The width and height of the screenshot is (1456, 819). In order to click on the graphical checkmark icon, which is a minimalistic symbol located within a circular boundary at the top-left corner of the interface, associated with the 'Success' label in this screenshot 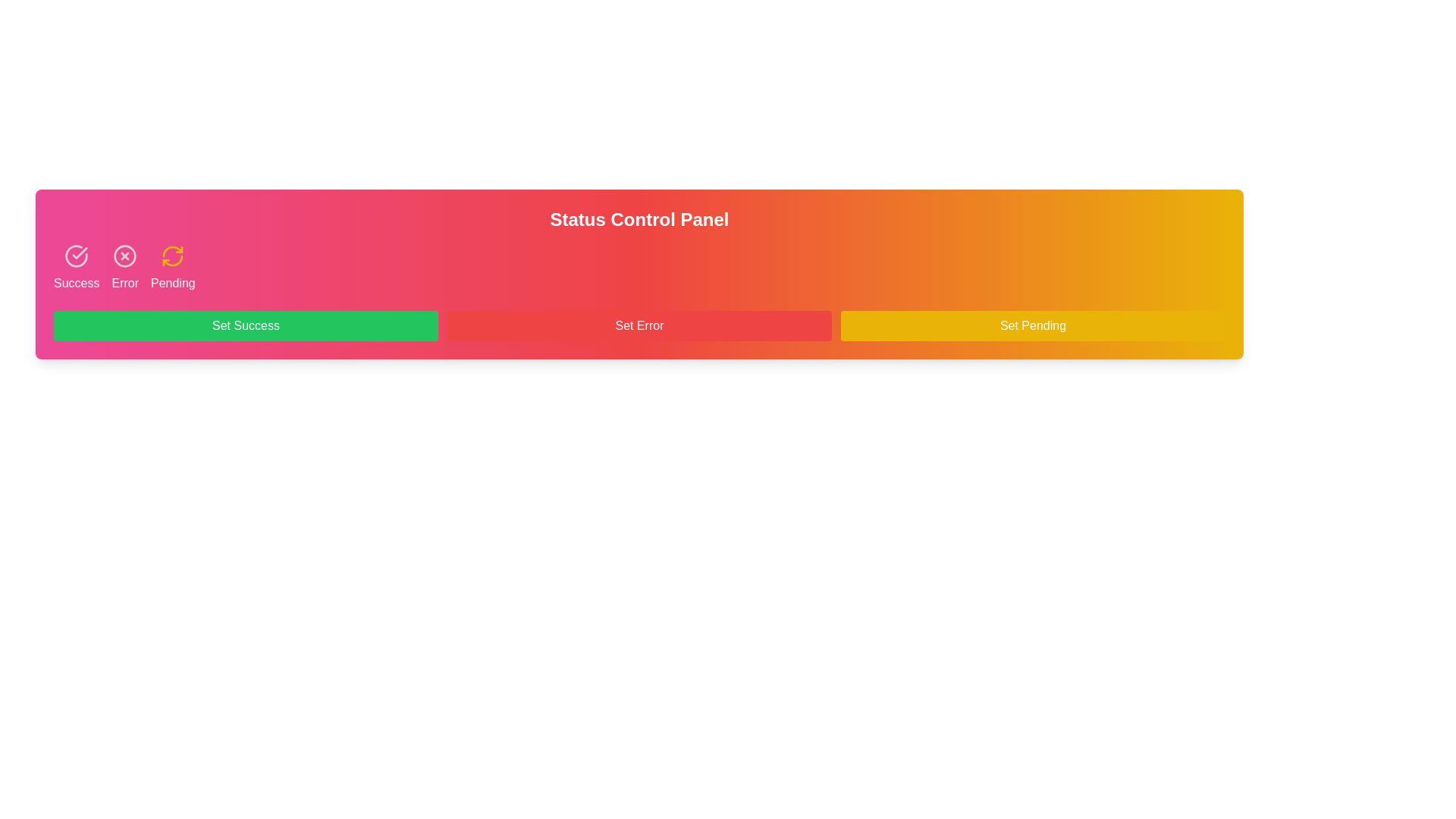, I will do `click(79, 253)`.